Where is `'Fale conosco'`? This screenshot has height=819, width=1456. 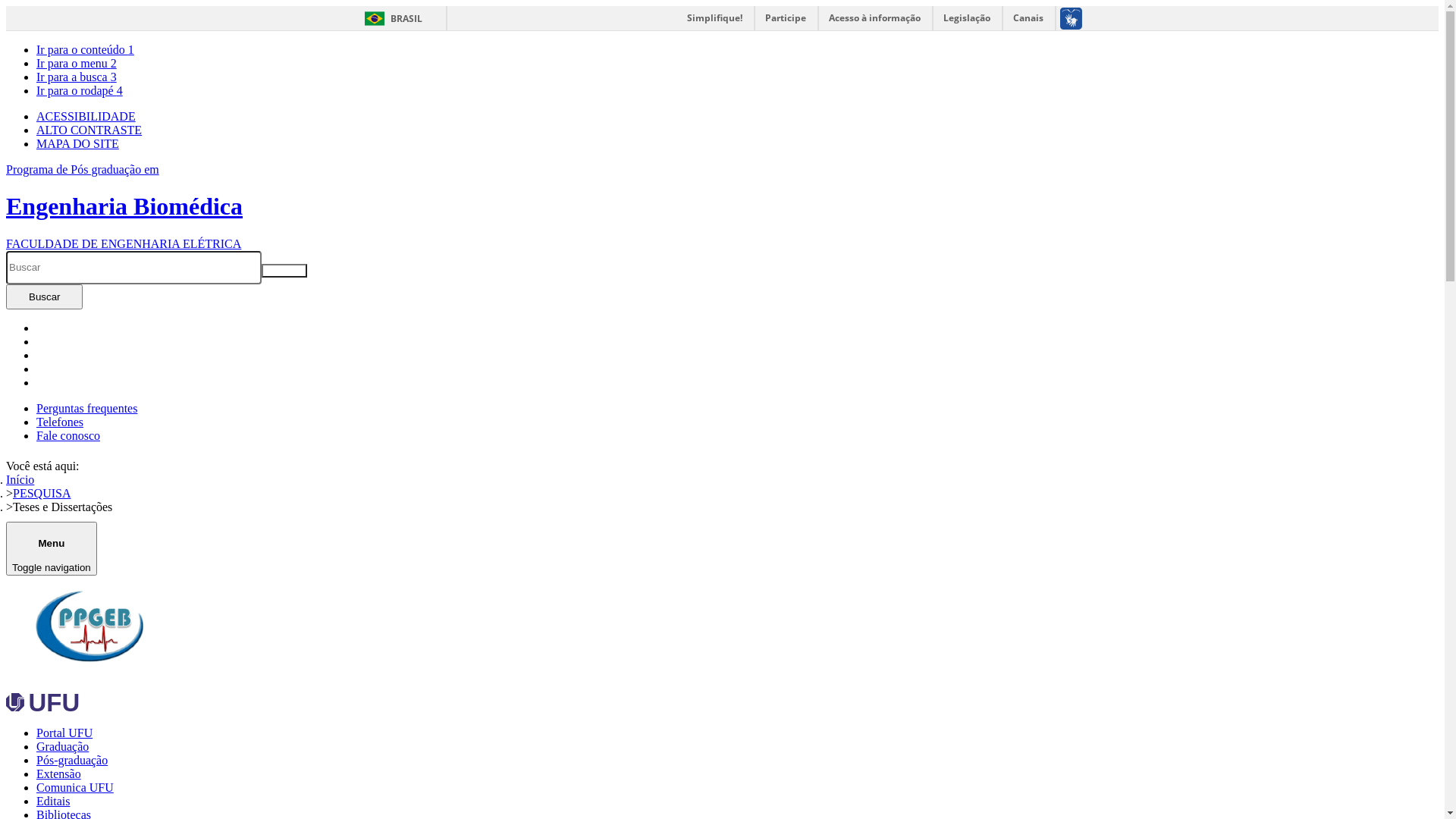
'Fale conosco' is located at coordinates (67, 435).